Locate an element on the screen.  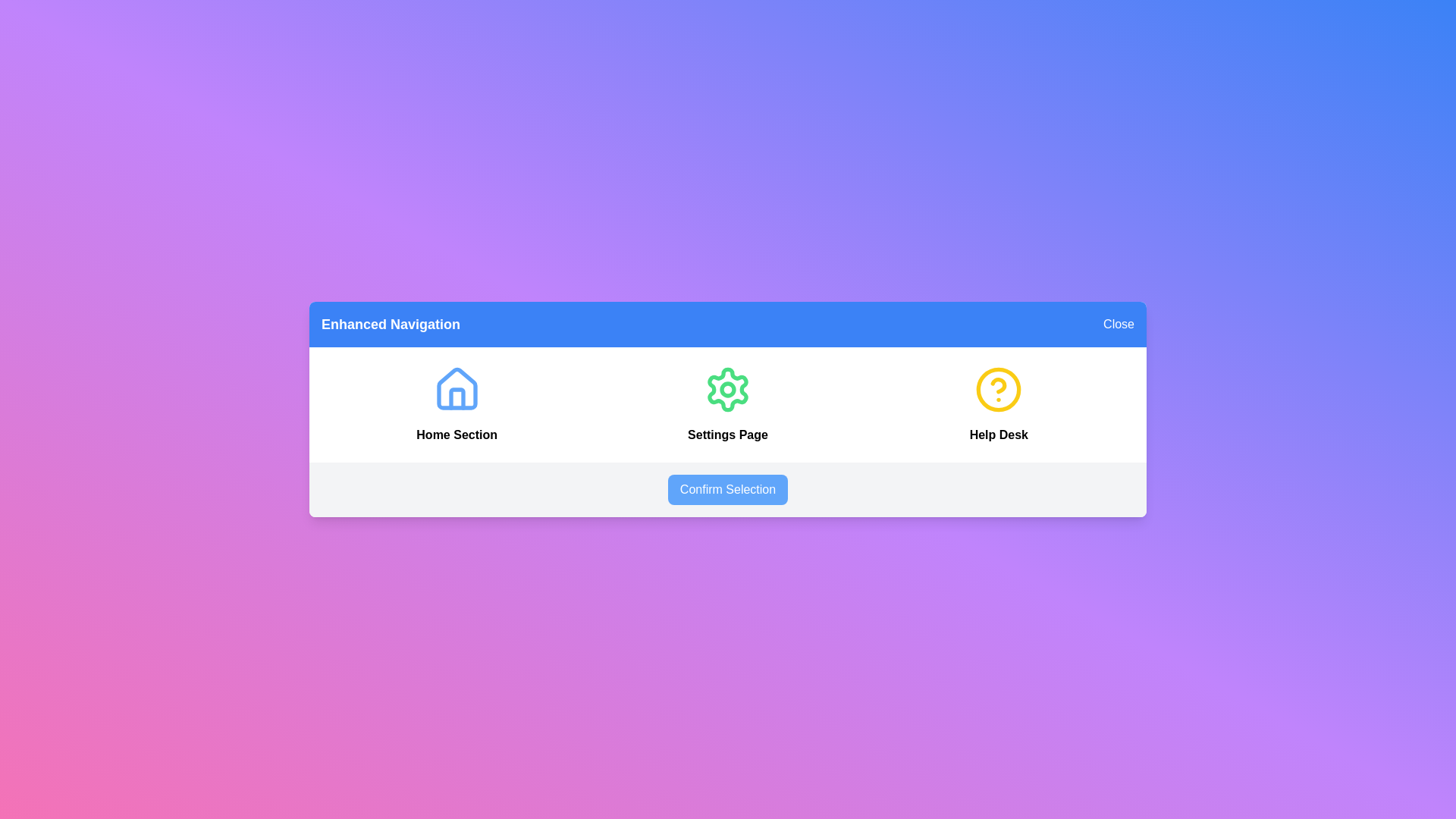
the 'Home Section' icon to interact with the Home feature is located at coordinates (456, 388).